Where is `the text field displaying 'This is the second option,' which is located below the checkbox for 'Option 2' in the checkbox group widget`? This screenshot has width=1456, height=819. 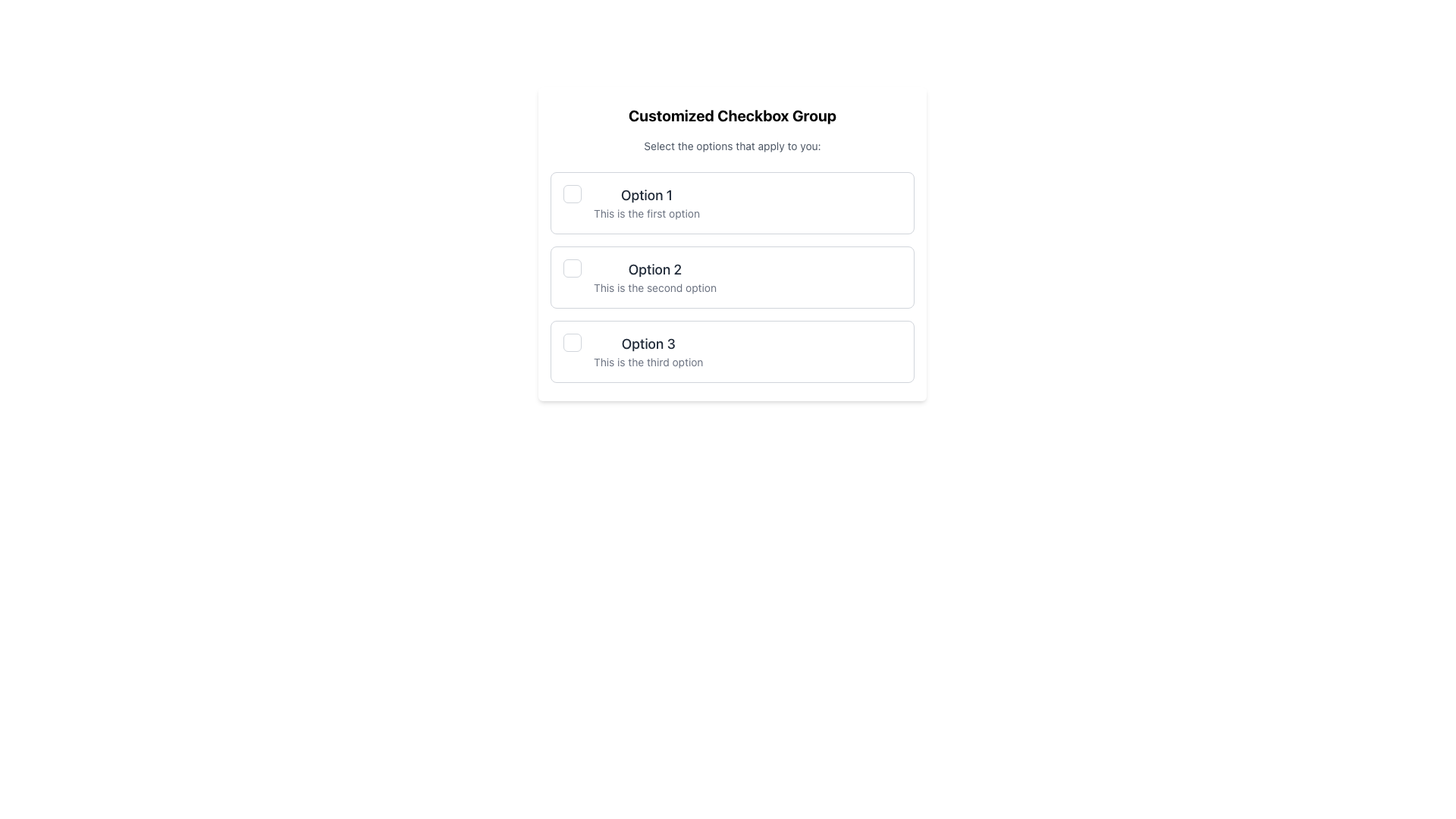
the text field displaying 'This is the second option,' which is located below the checkbox for 'Option 2' in the checkbox group widget is located at coordinates (655, 288).